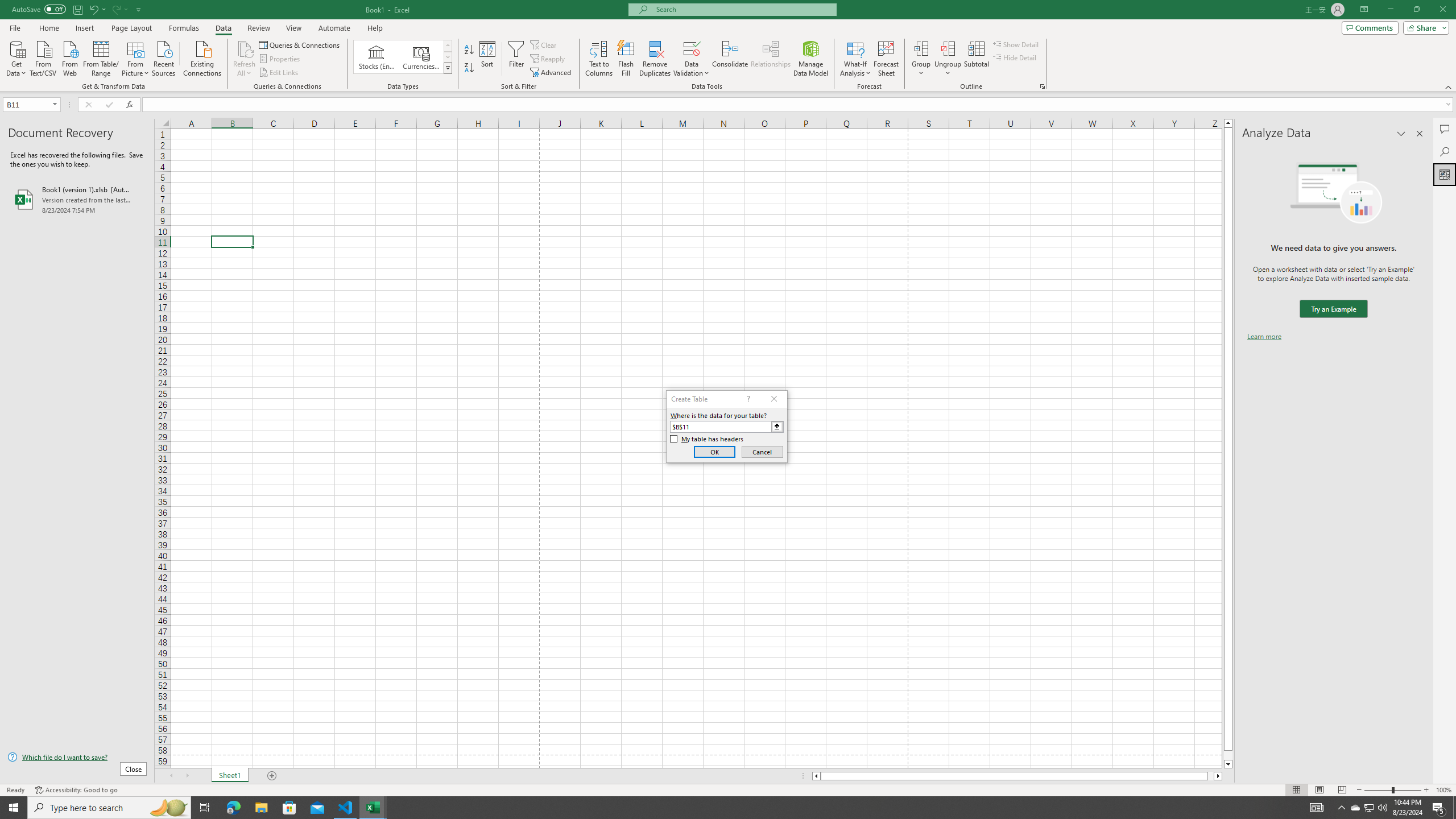 The height and width of the screenshot is (819, 1456). What do you see at coordinates (691, 48) in the screenshot?
I see `'Data Validation...'` at bounding box center [691, 48].